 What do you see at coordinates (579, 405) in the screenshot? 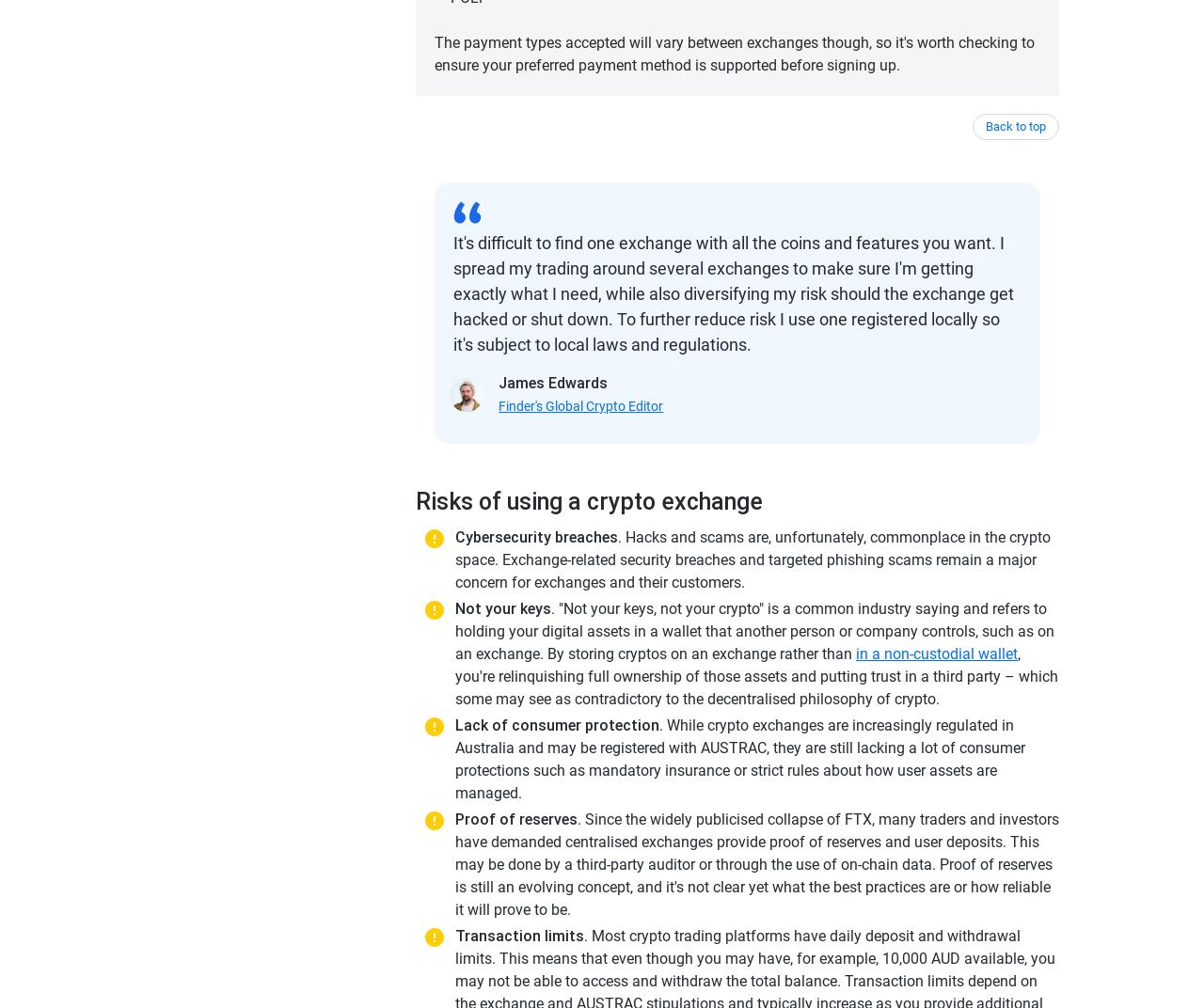
I see `'Finder's Global Crypto Editor'` at bounding box center [579, 405].